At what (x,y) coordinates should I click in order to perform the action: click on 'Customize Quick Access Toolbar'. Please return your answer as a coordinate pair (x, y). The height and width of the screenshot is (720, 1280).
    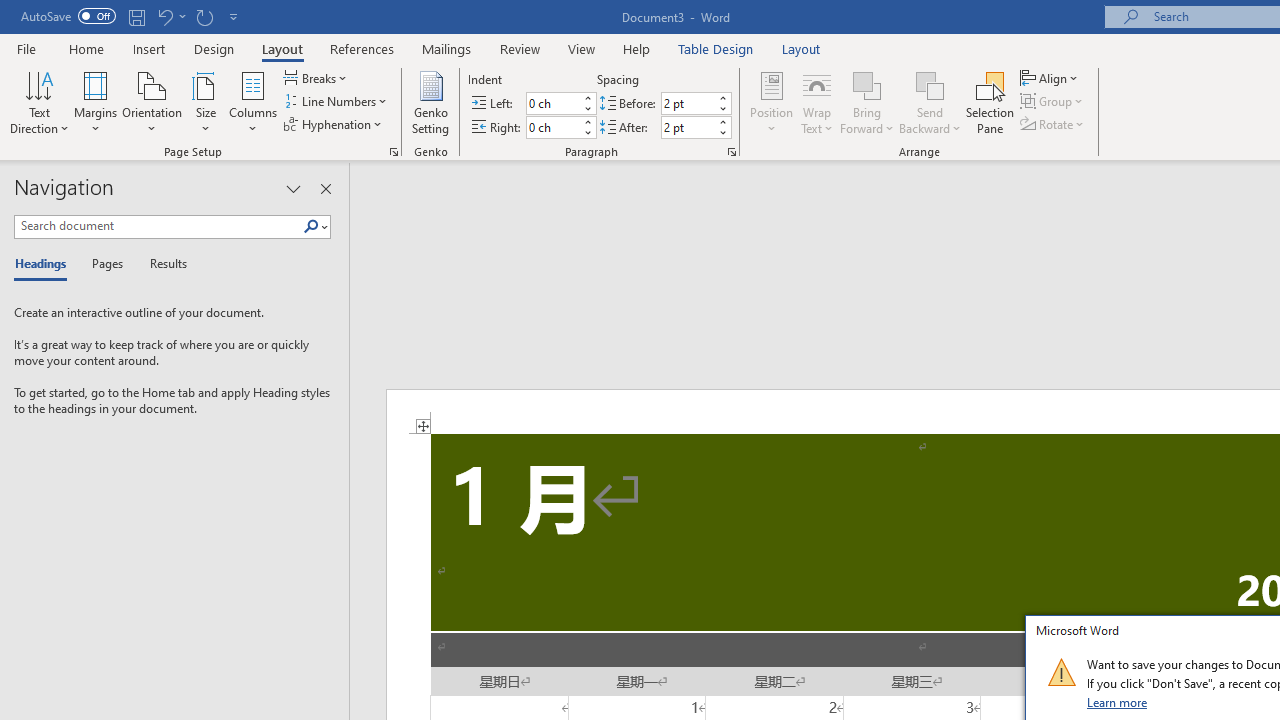
    Looking at the image, I should click on (234, 16).